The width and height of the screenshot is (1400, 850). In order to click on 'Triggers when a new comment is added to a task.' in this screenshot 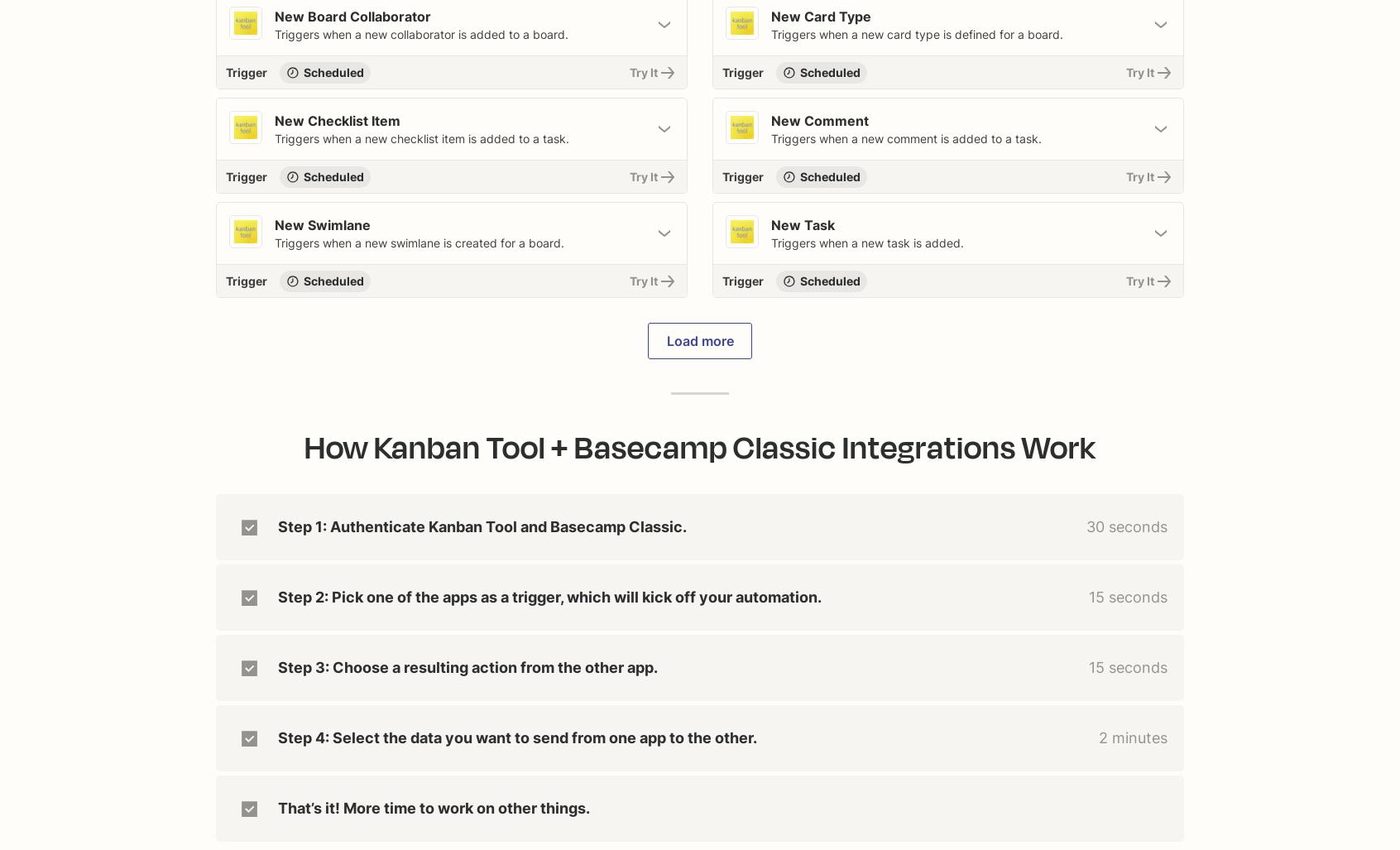, I will do `click(906, 138)`.